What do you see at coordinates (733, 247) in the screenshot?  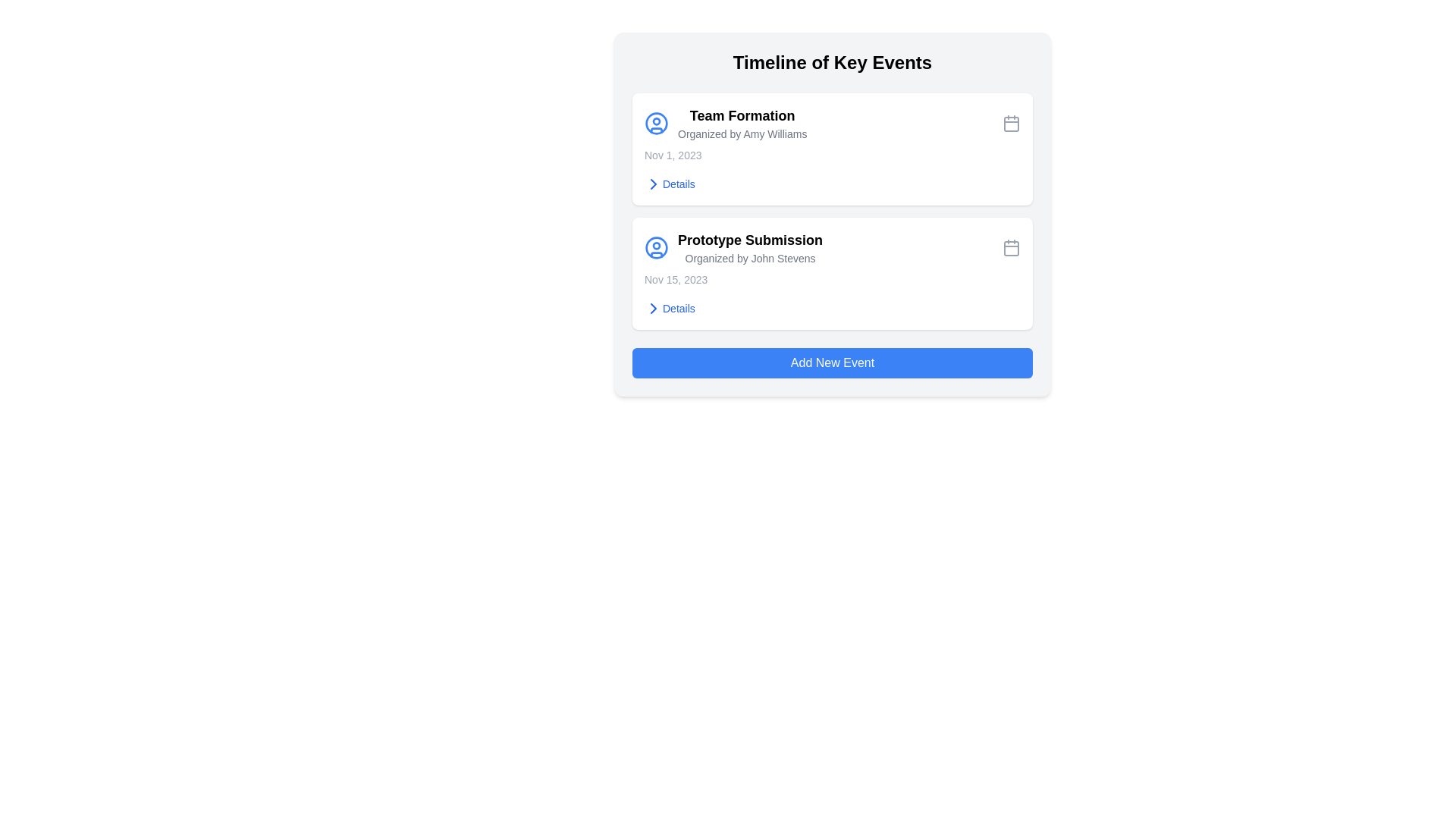 I see `the 'Prototype Submission' text with icon, which features bold text and an organizer detail below it, located in the second box of the timeline component` at bounding box center [733, 247].